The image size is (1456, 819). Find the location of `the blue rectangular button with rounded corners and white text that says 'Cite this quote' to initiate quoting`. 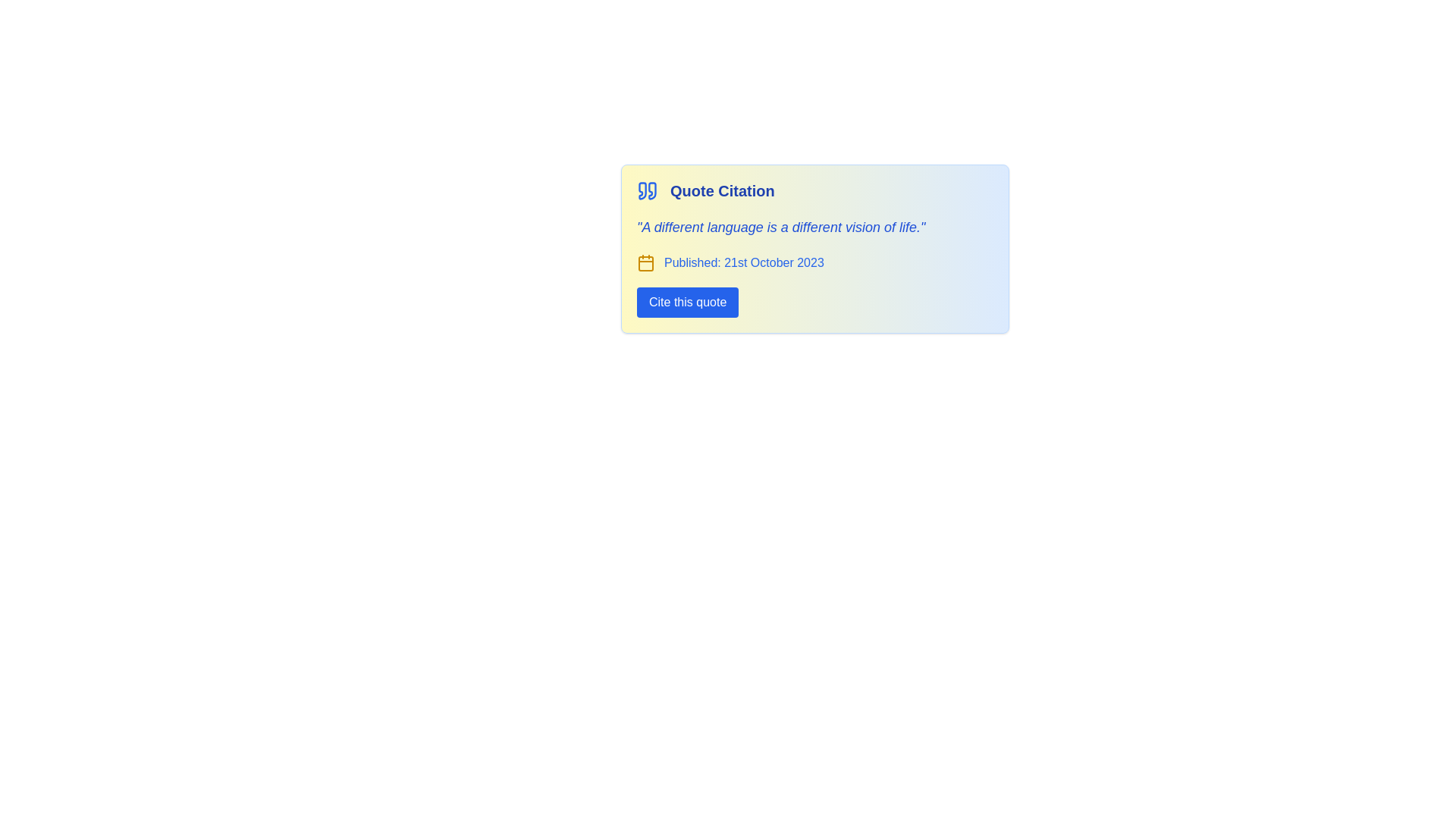

the blue rectangular button with rounded corners and white text that says 'Cite this quote' to initiate quoting is located at coordinates (687, 303).